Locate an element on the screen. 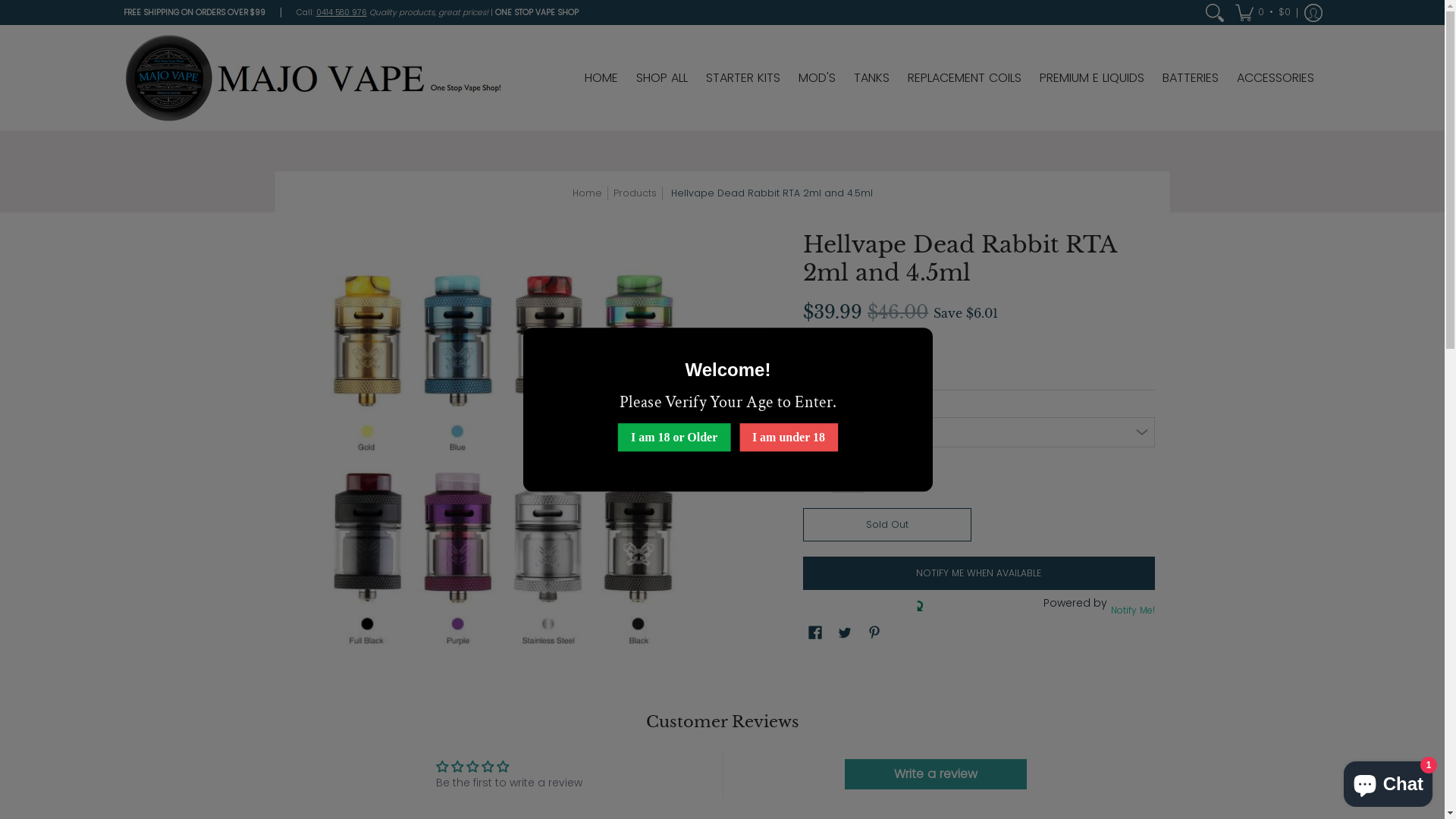 This screenshot has width=1456, height=819. 'TANKS' is located at coordinates (871, 77).